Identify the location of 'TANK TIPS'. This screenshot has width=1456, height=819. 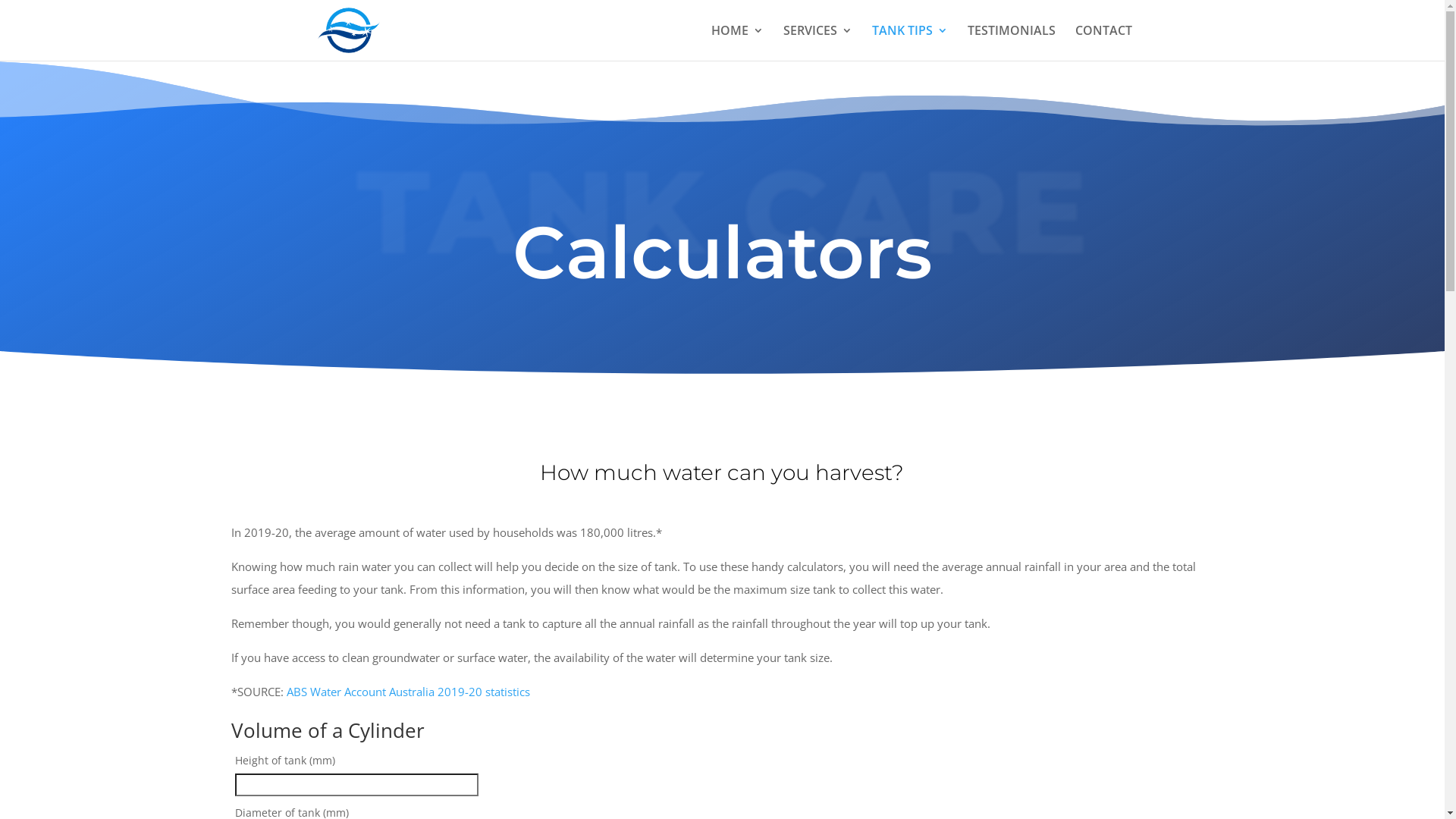
(910, 42).